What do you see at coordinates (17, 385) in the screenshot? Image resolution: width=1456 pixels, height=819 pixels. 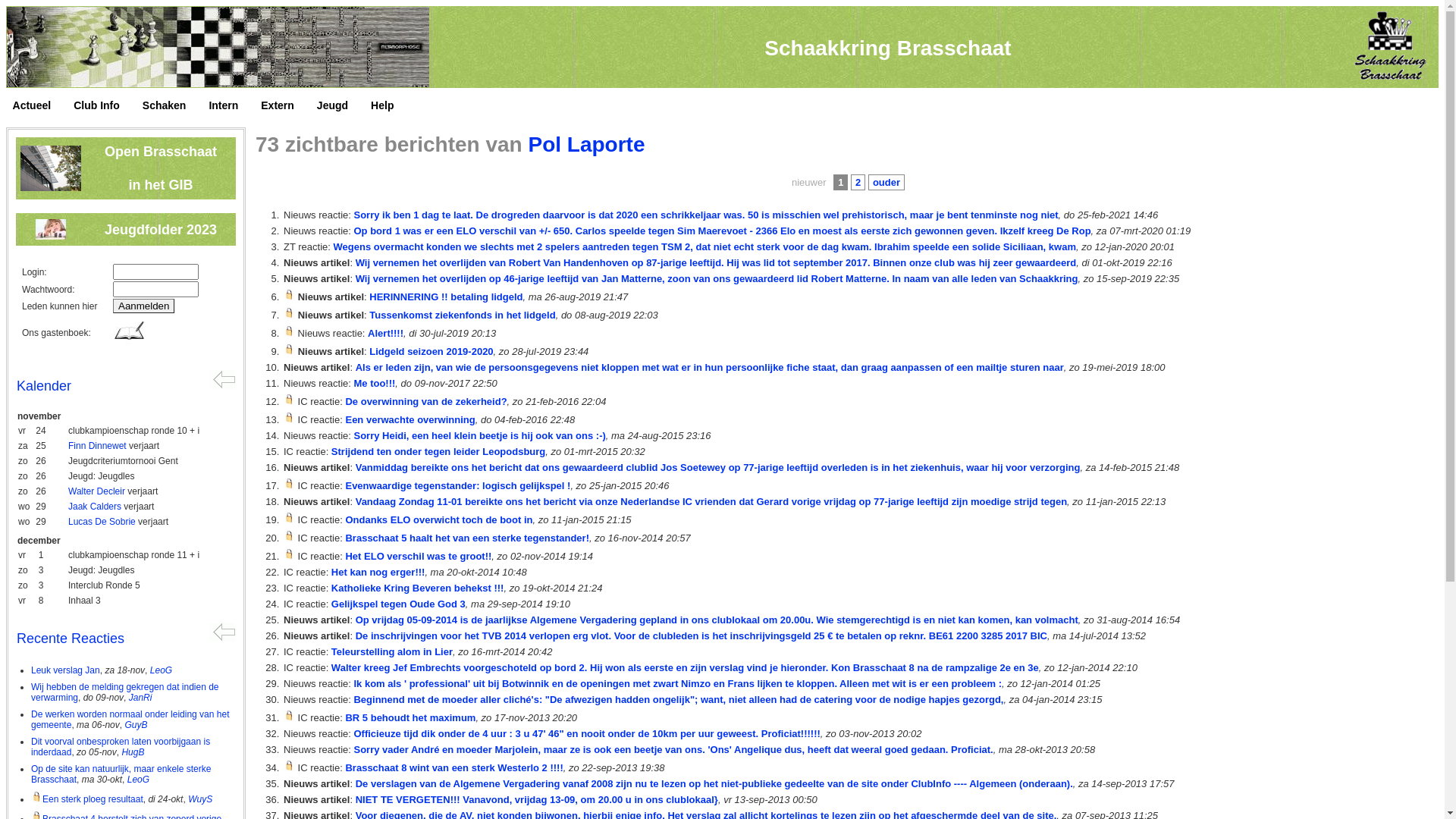 I see `'Kalender'` at bounding box center [17, 385].